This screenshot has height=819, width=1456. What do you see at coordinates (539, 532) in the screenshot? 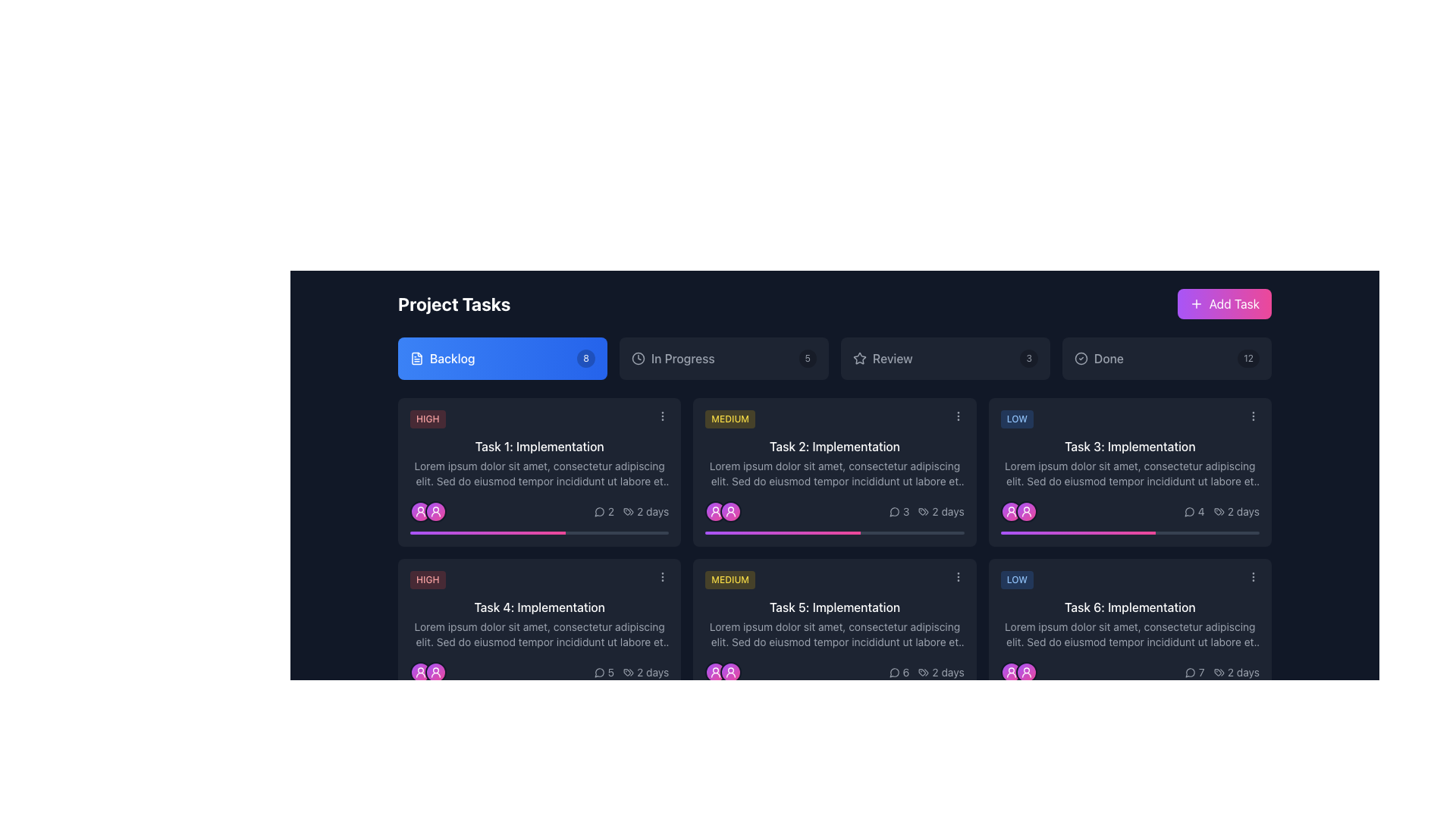
I see `the progress bar located at the bottom of the card labeled 'Task 1: Implementation' in the 'Backlog' section of the project tasks interface` at bounding box center [539, 532].